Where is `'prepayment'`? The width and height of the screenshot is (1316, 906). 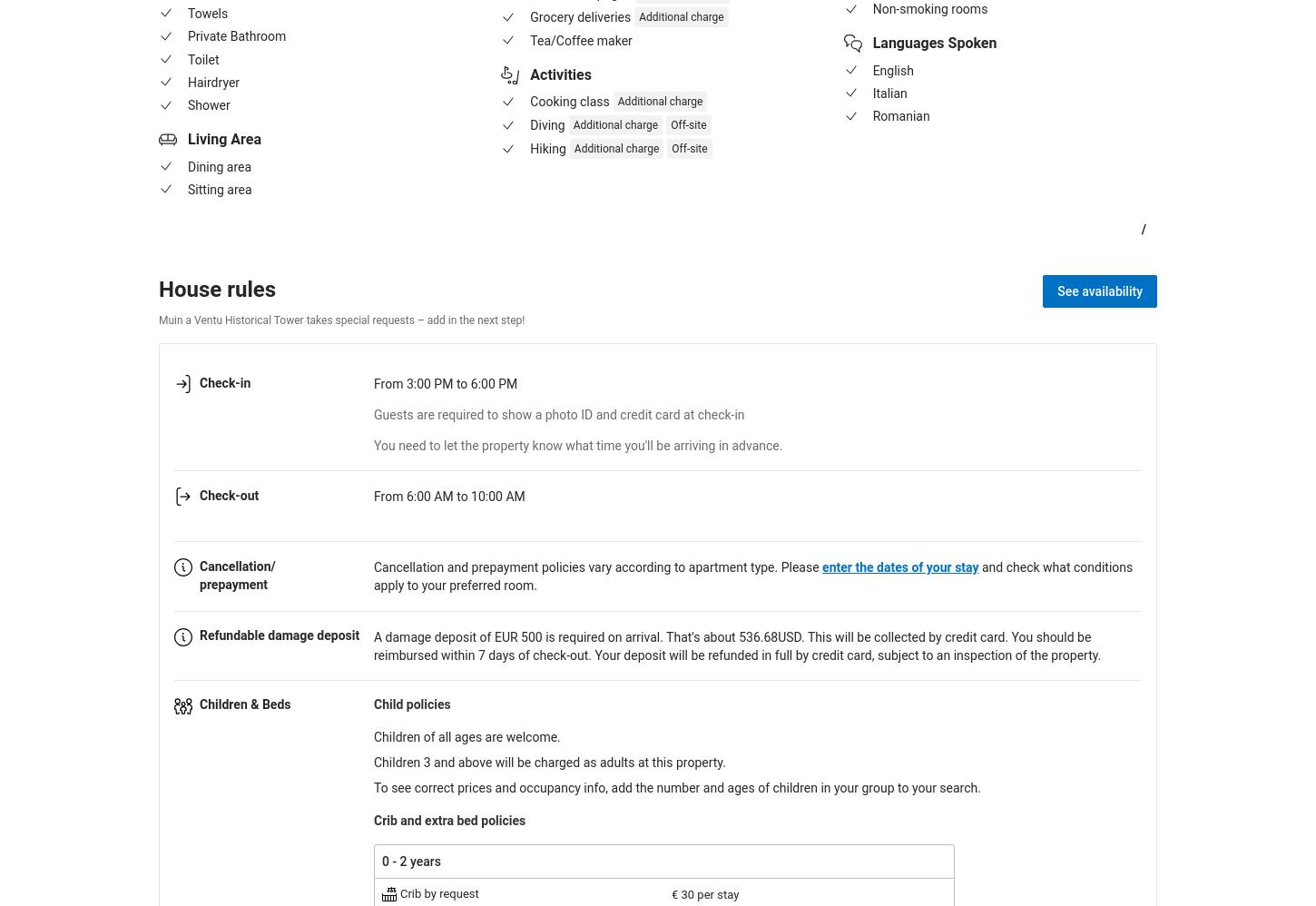
'prepayment' is located at coordinates (233, 584).